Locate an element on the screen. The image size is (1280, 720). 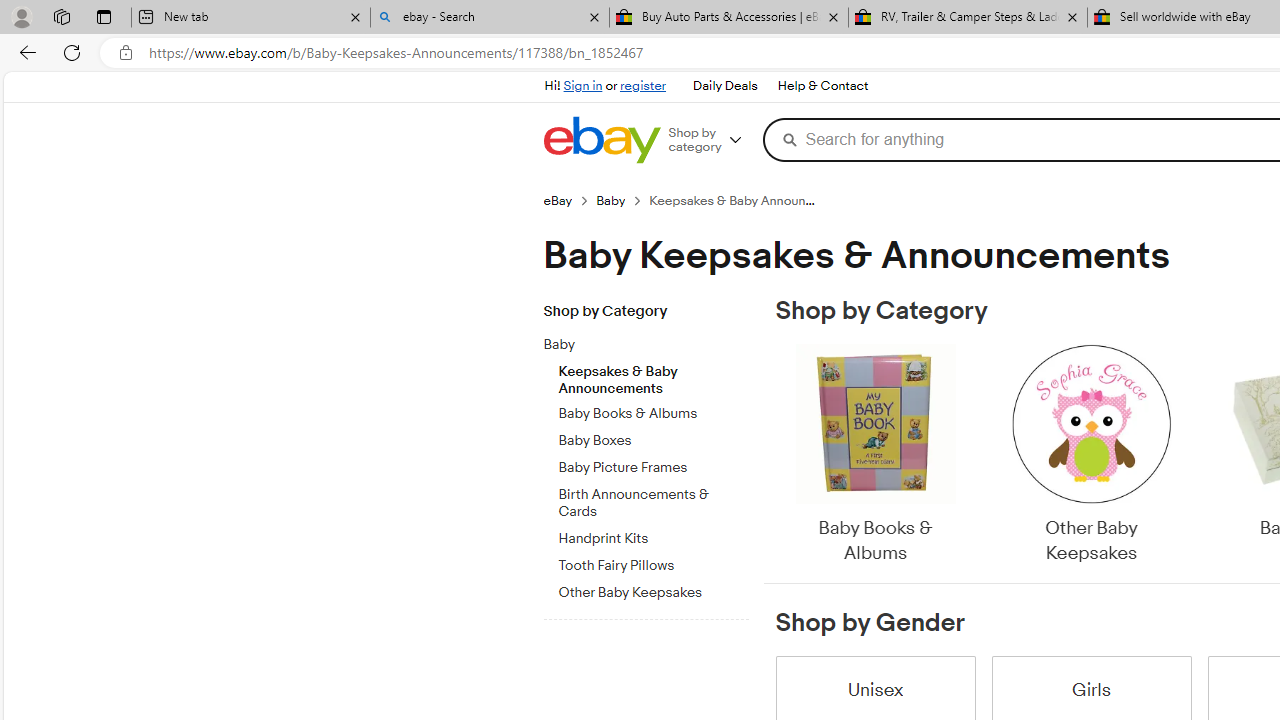
'Birth Announcements & Cards' is located at coordinates (653, 499).